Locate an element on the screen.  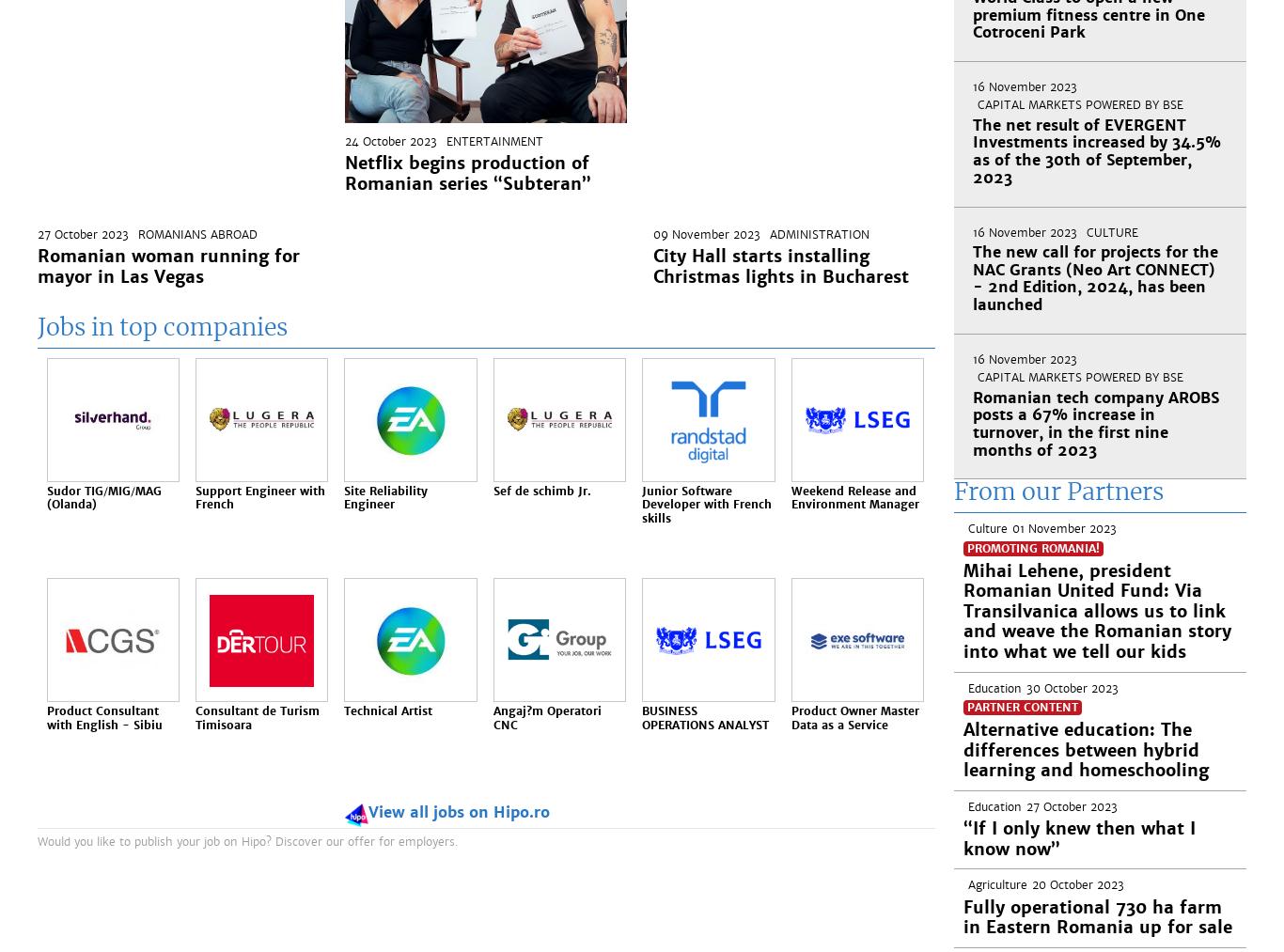
'The net result of EVERGENT Investments increased by 34.5% as of the 30th of September, 2023' is located at coordinates (971, 150).